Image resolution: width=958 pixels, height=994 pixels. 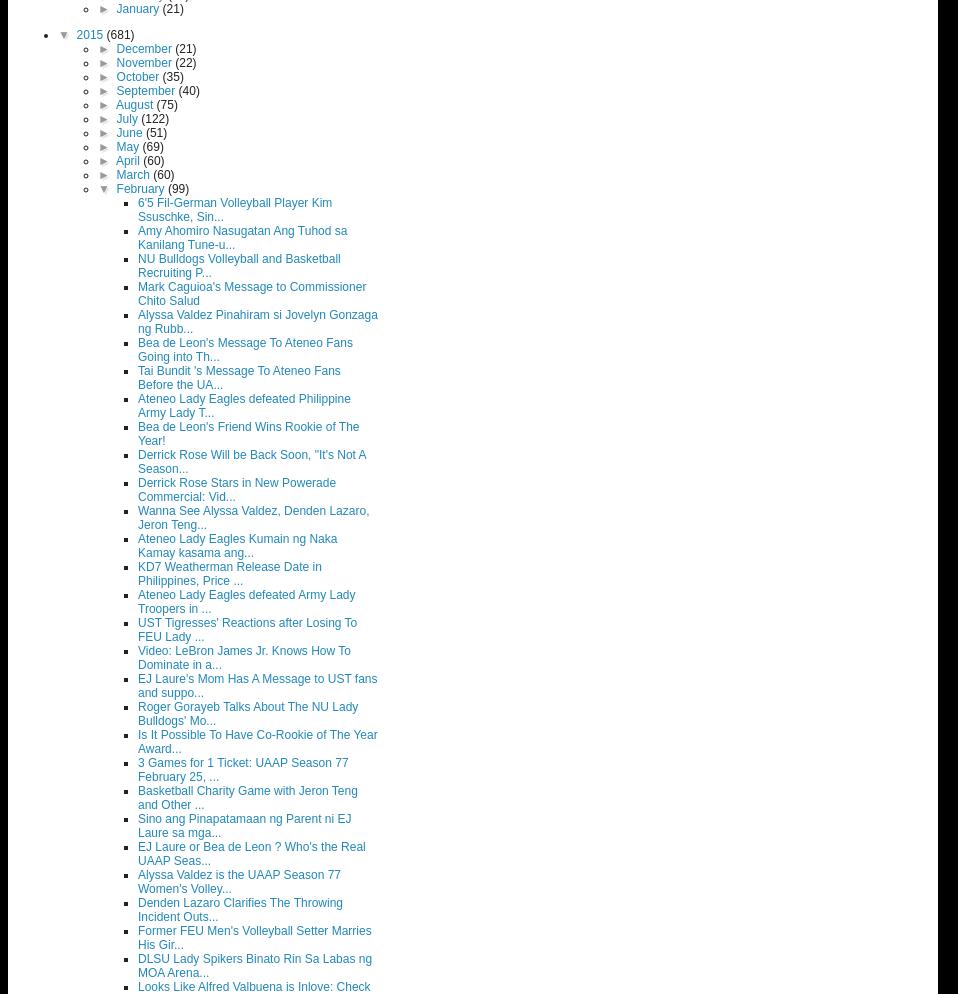 What do you see at coordinates (138, 797) in the screenshot?
I see `'Basketball Charity Game with Jeron Teng and Other ...'` at bounding box center [138, 797].